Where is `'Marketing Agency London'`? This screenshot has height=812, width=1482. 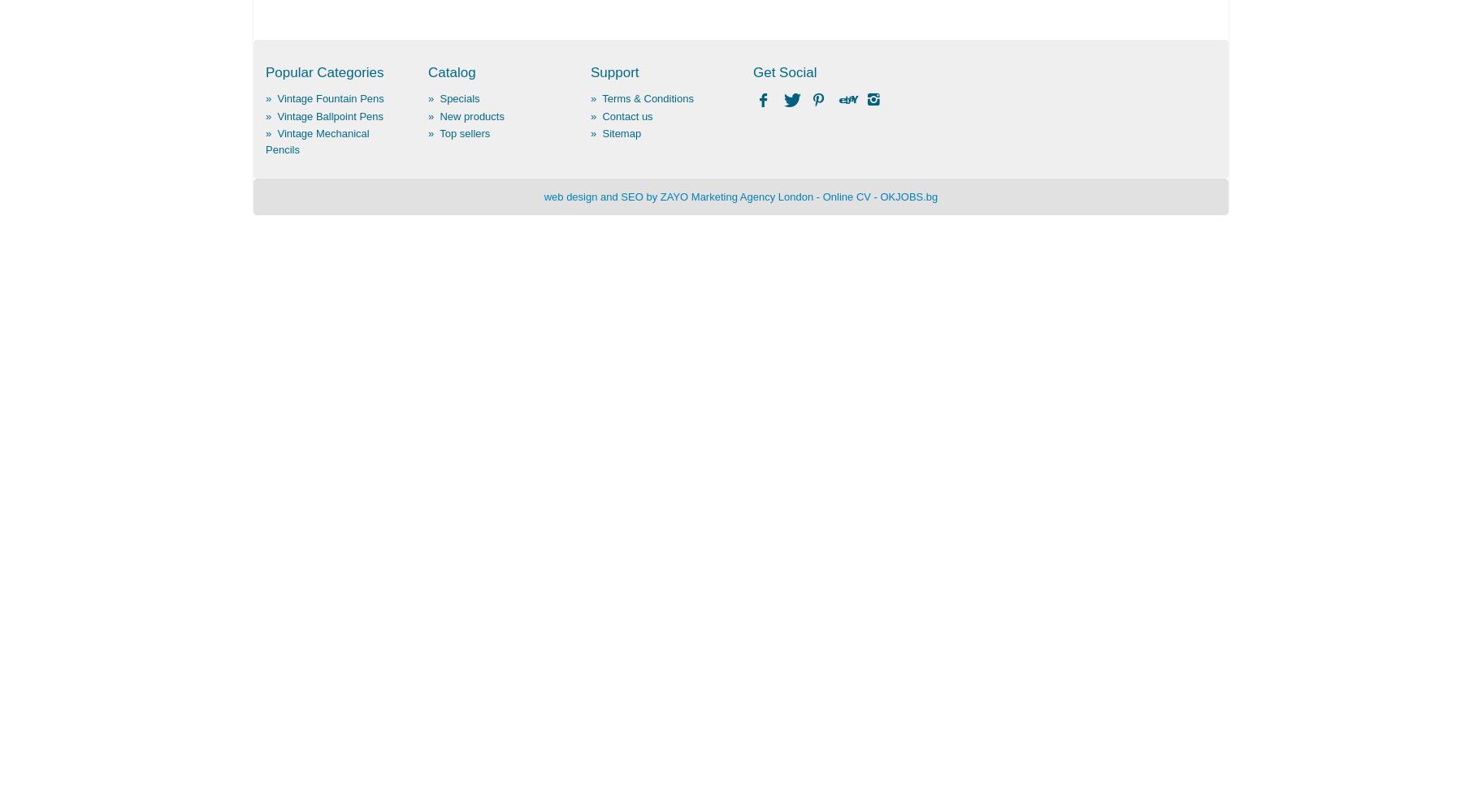 'Marketing Agency London' is located at coordinates (751, 195).